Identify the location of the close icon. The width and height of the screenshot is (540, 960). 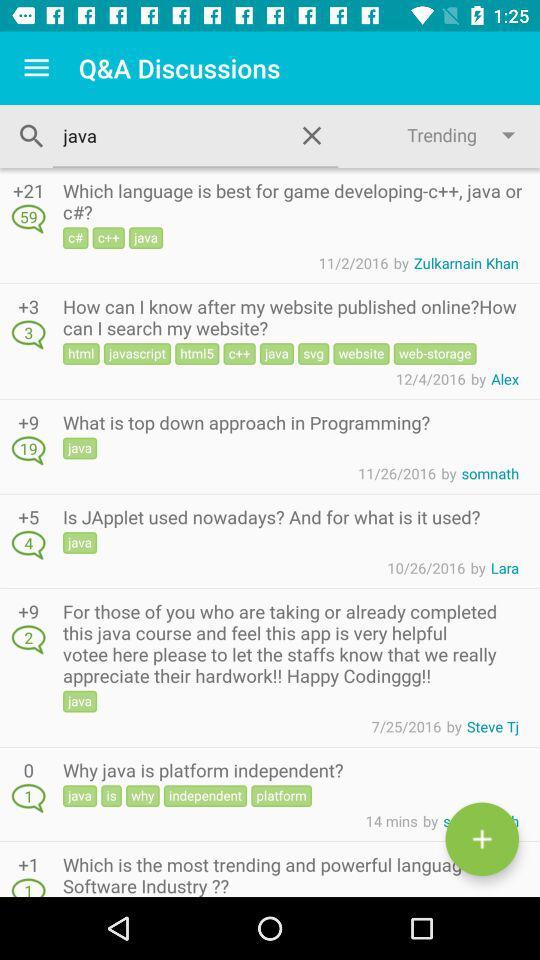
(312, 134).